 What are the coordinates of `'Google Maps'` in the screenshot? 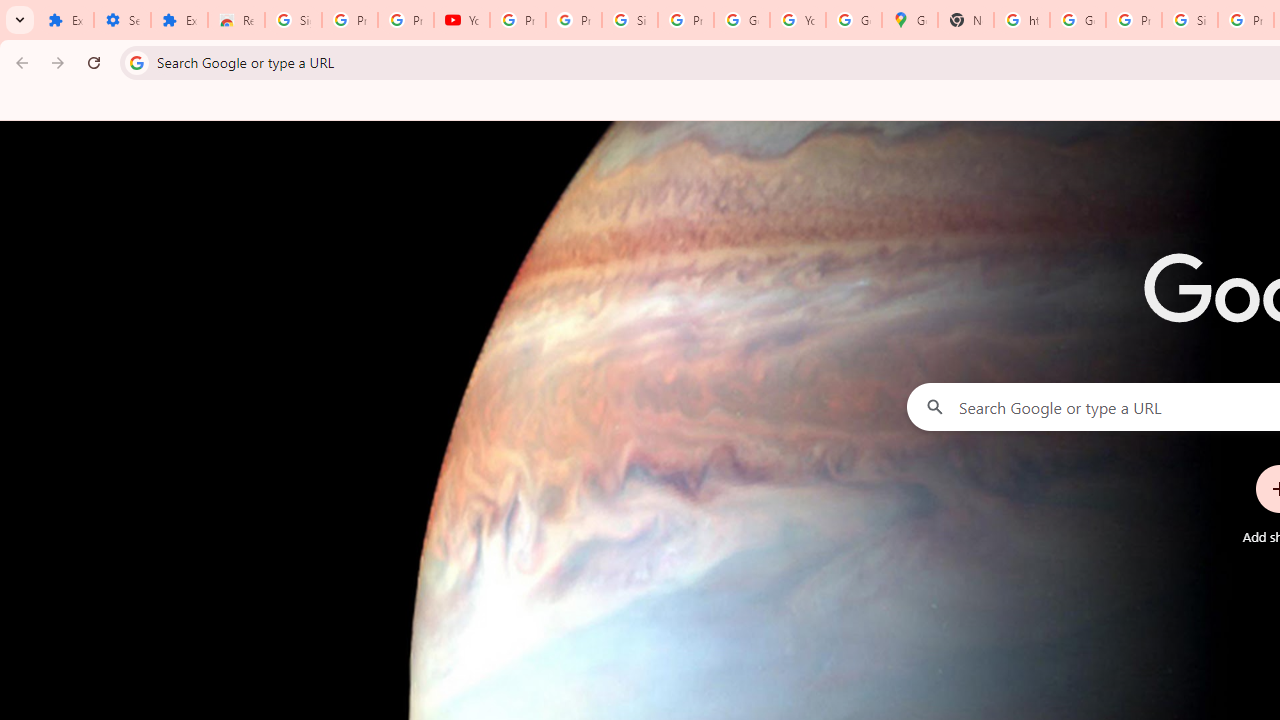 It's located at (909, 20).